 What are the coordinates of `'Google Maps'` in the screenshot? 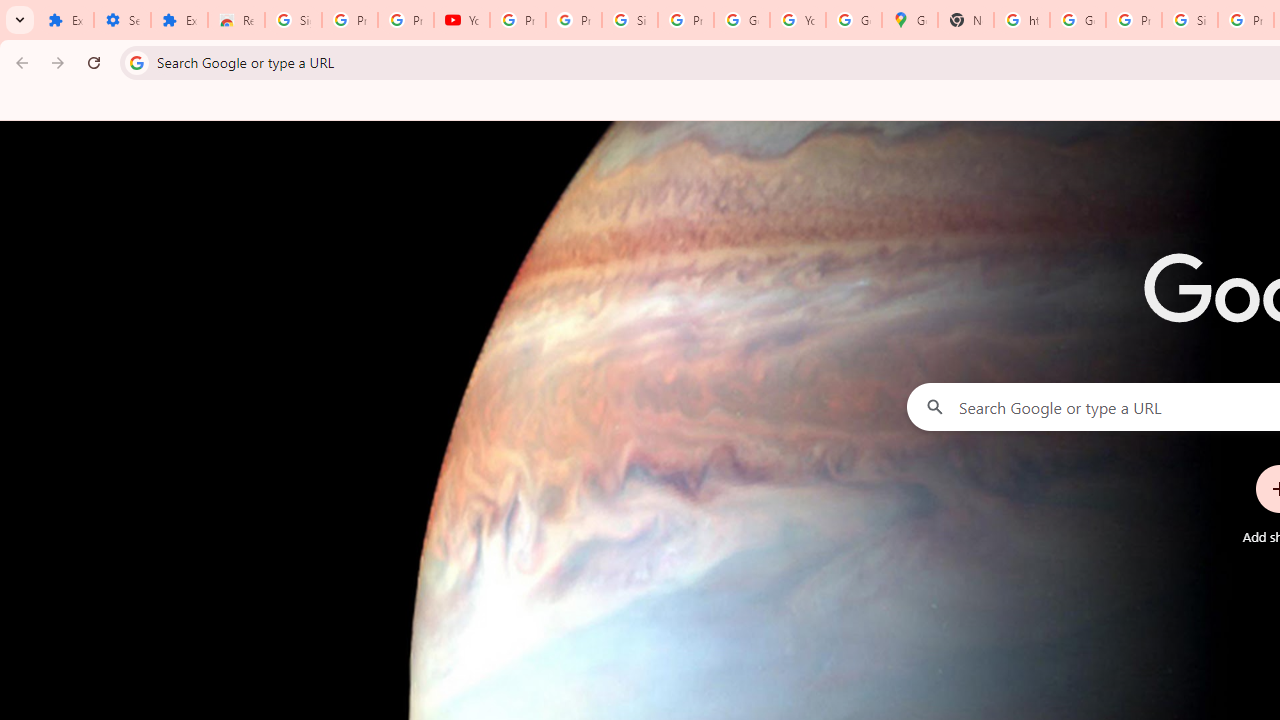 It's located at (909, 20).